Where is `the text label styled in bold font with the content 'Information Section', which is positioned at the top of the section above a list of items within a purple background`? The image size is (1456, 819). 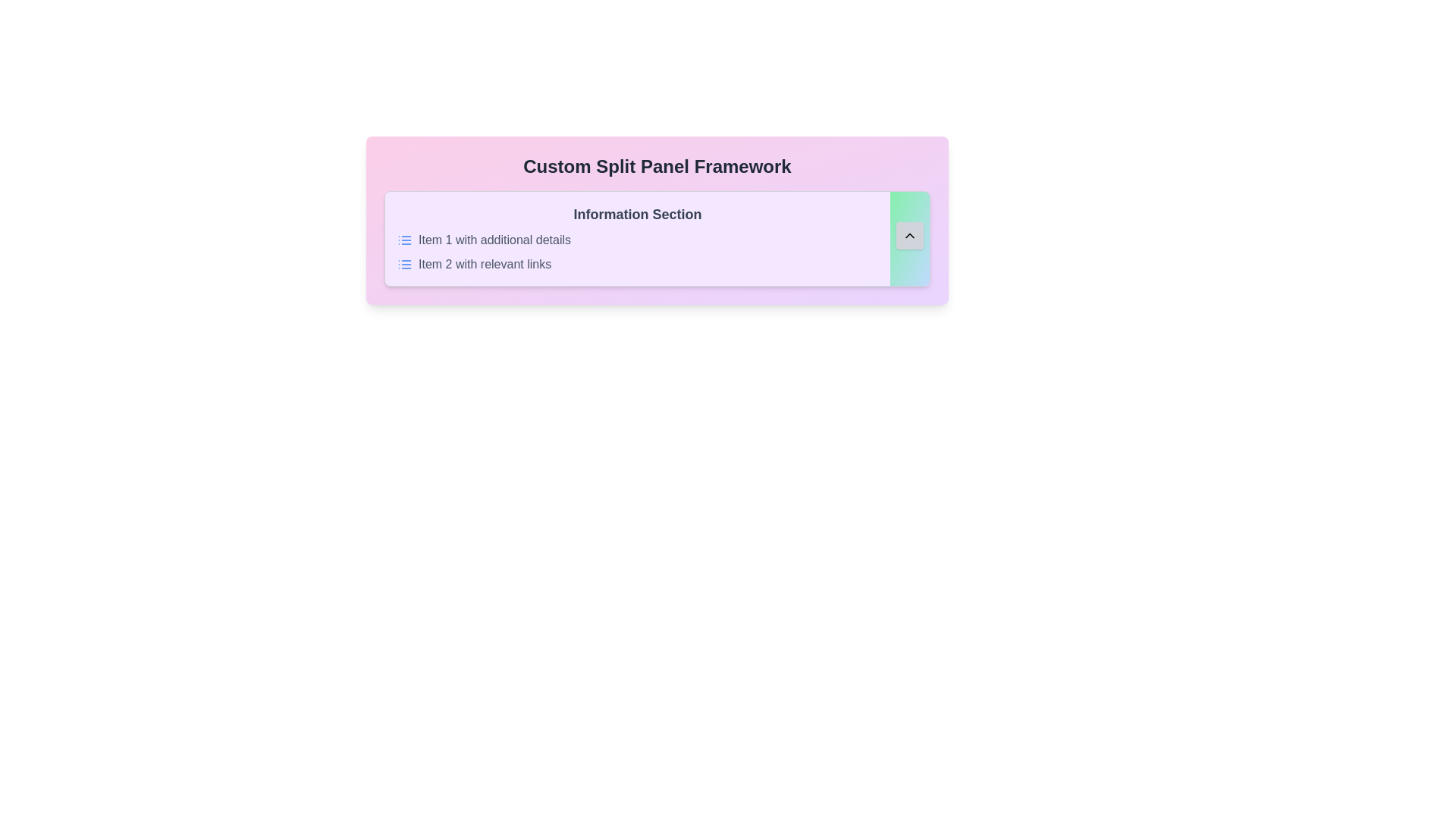 the text label styled in bold font with the content 'Information Section', which is positioned at the top of the section above a list of items within a purple background is located at coordinates (637, 214).